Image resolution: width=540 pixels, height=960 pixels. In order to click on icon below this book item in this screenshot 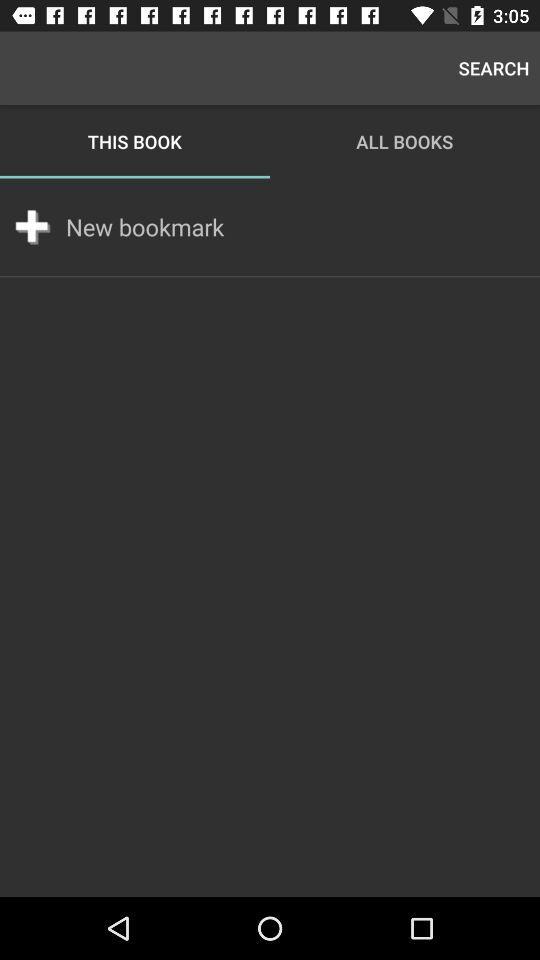, I will do `click(144, 227)`.